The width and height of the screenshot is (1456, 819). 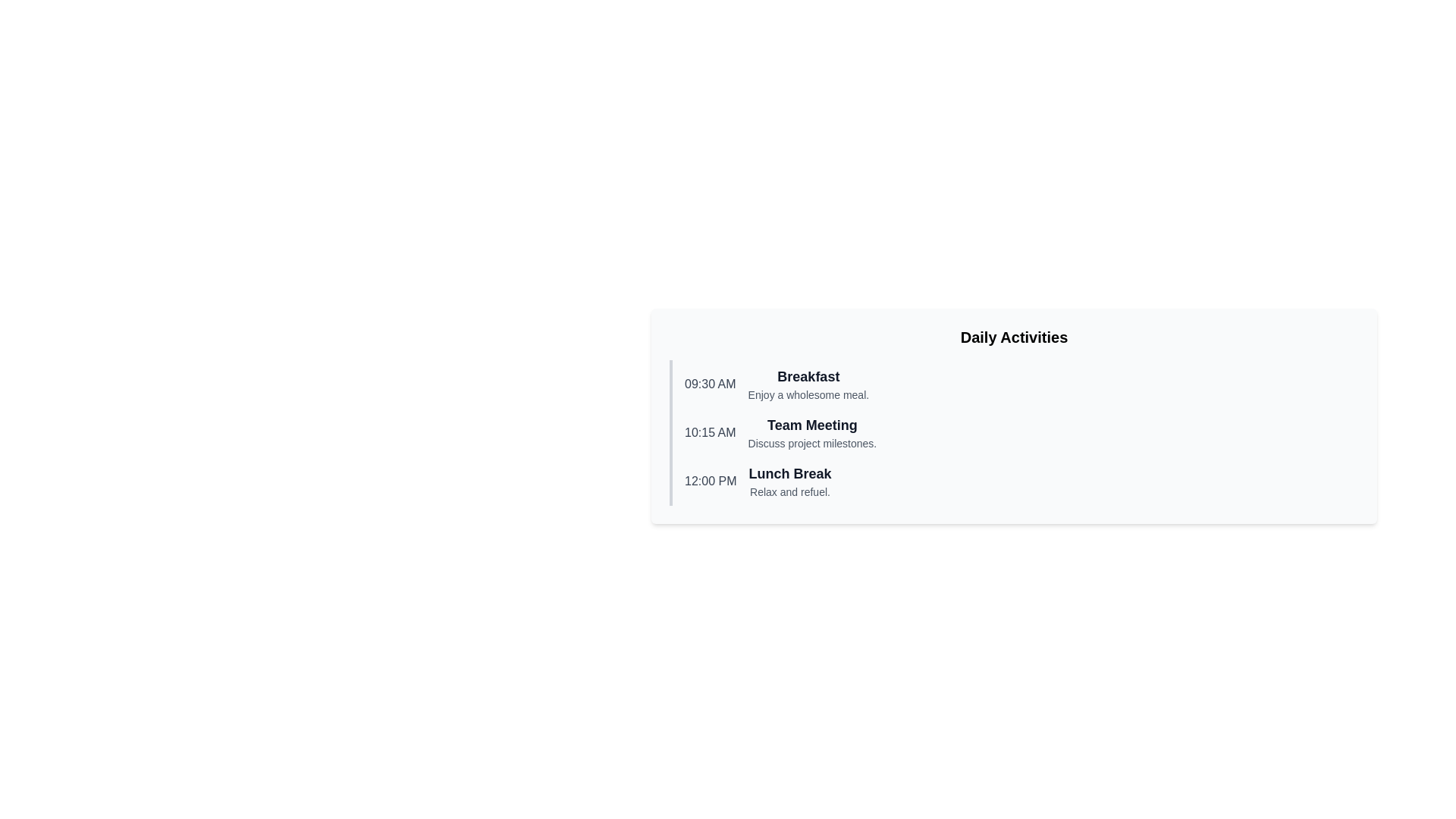 I want to click on the label that describes the scheduled lunch break positioned below the 'Team Meeting' entry at 12:00 PM, so click(x=789, y=482).